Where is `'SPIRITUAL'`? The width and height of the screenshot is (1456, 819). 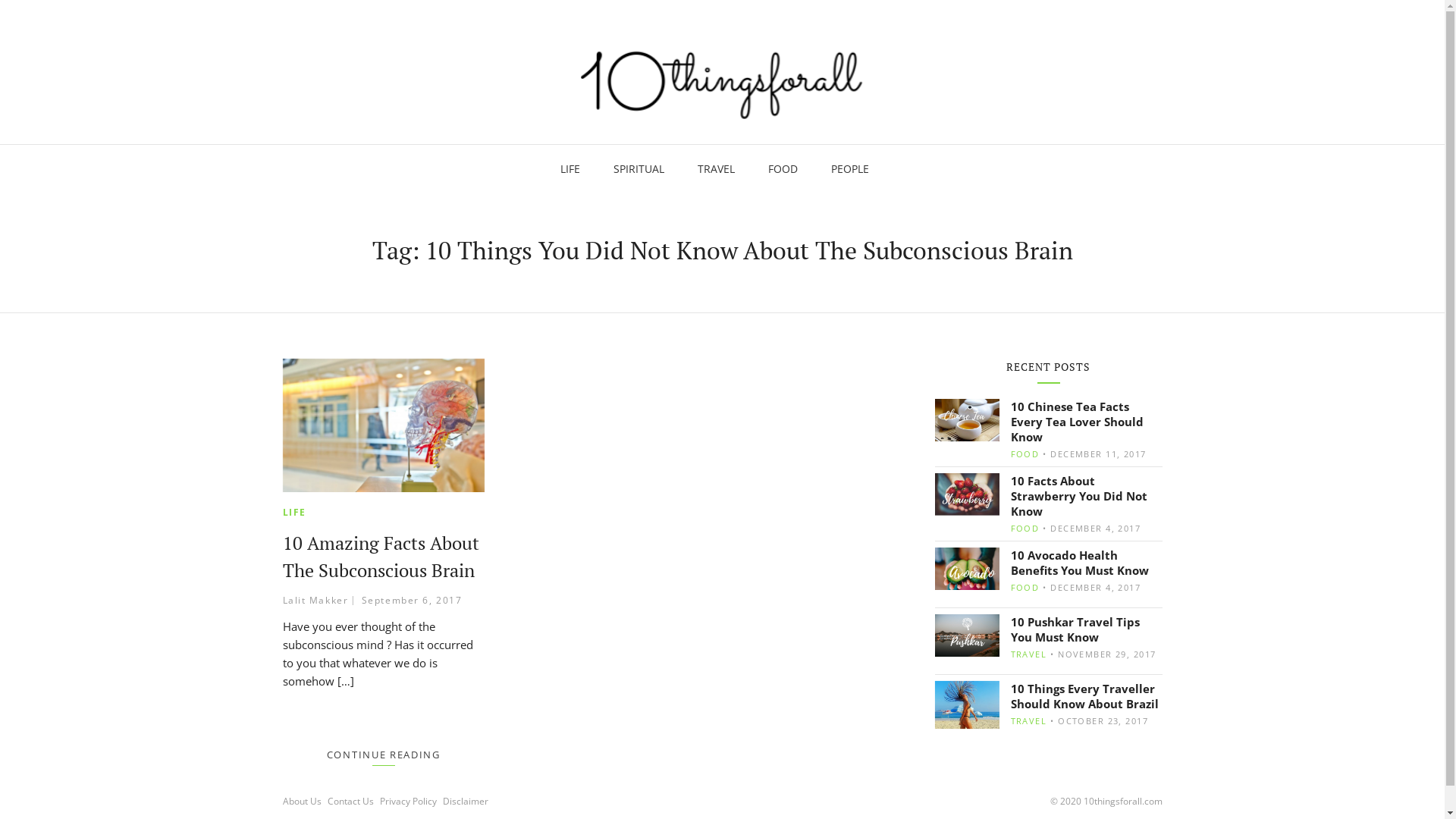
'SPIRITUAL' is located at coordinates (639, 166).